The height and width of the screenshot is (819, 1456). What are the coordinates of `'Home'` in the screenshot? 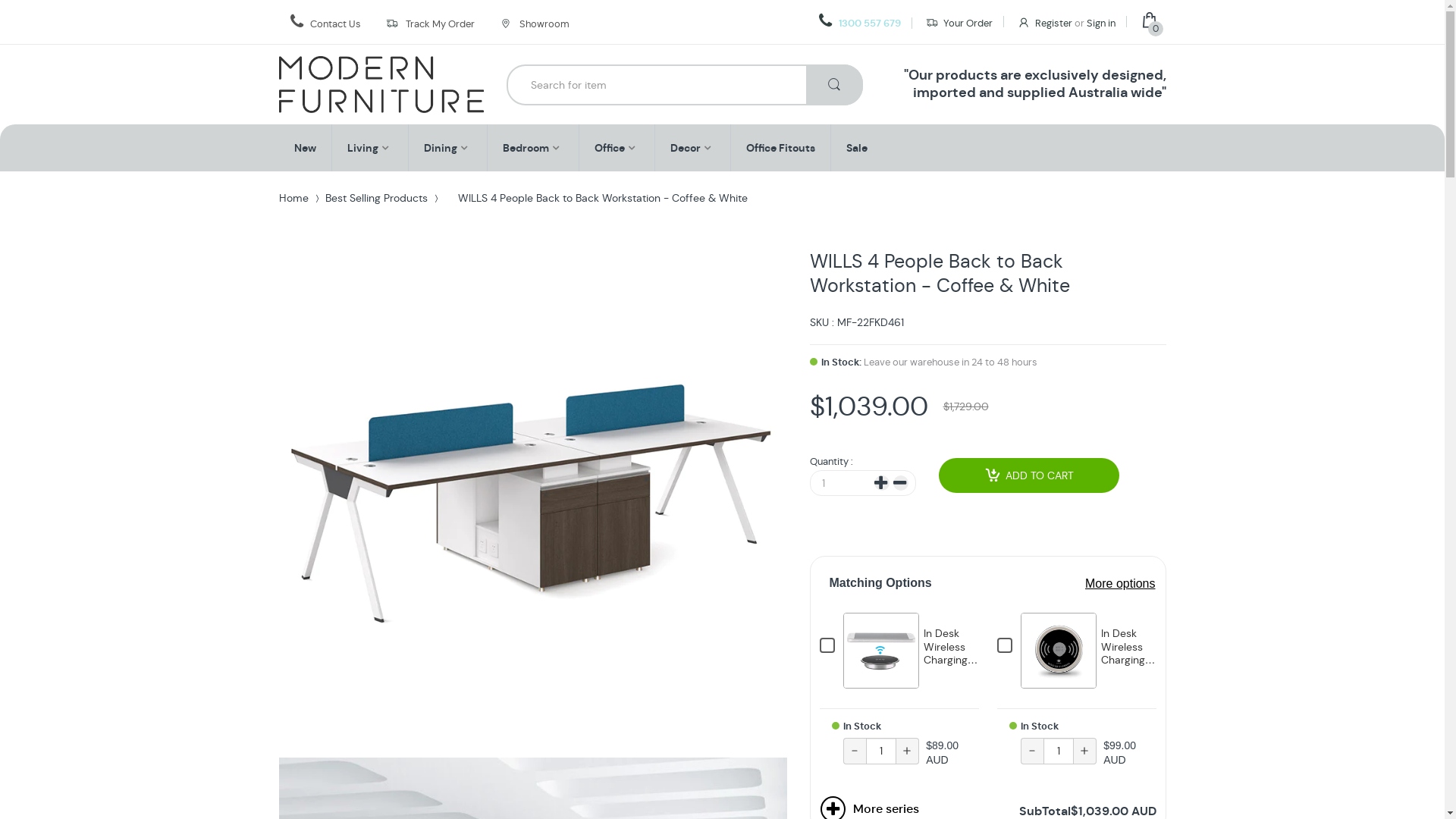 It's located at (293, 197).